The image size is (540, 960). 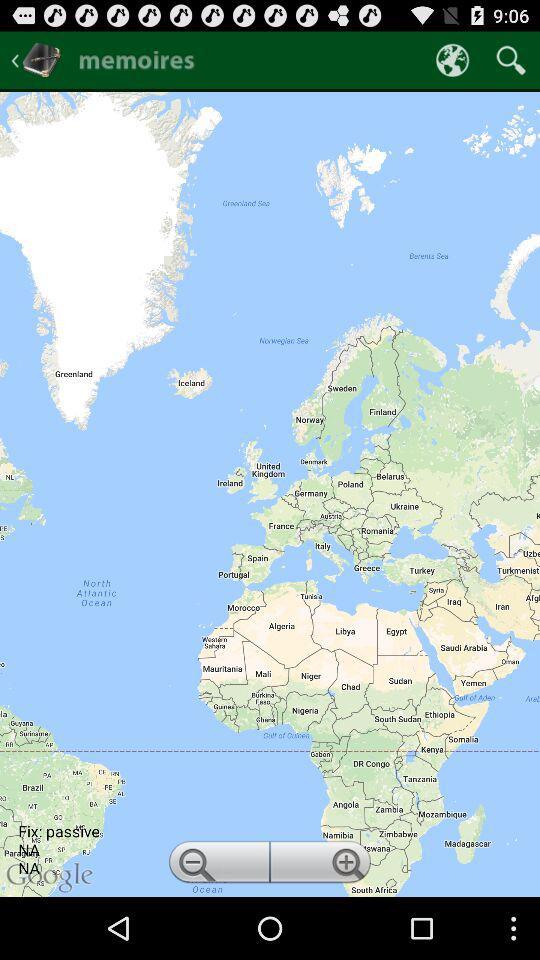 What do you see at coordinates (36, 64) in the screenshot?
I see `the arrow_backward icon` at bounding box center [36, 64].